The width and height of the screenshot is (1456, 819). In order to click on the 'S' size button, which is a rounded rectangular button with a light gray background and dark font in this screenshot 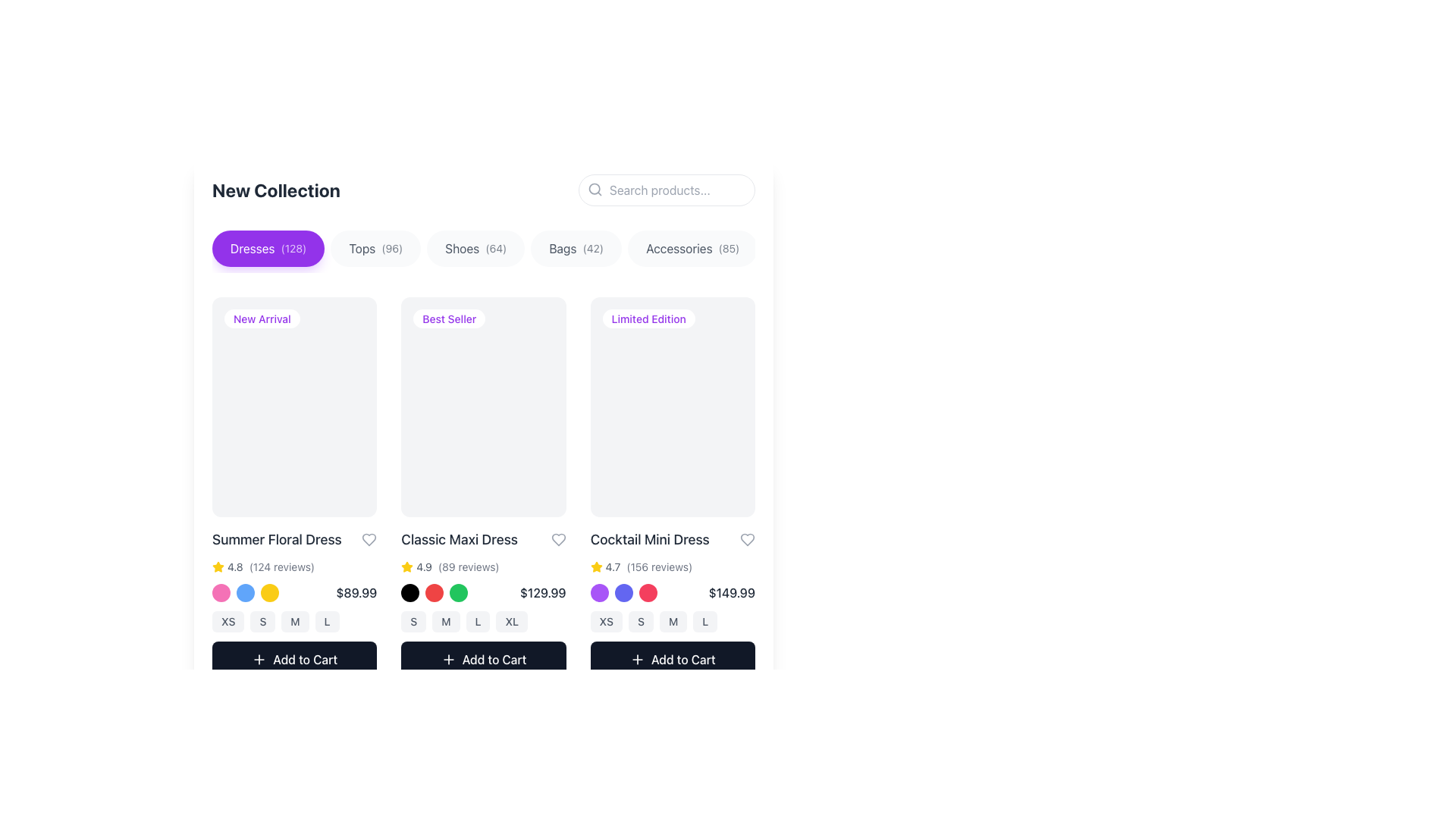, I will do `click(413, 621)`.